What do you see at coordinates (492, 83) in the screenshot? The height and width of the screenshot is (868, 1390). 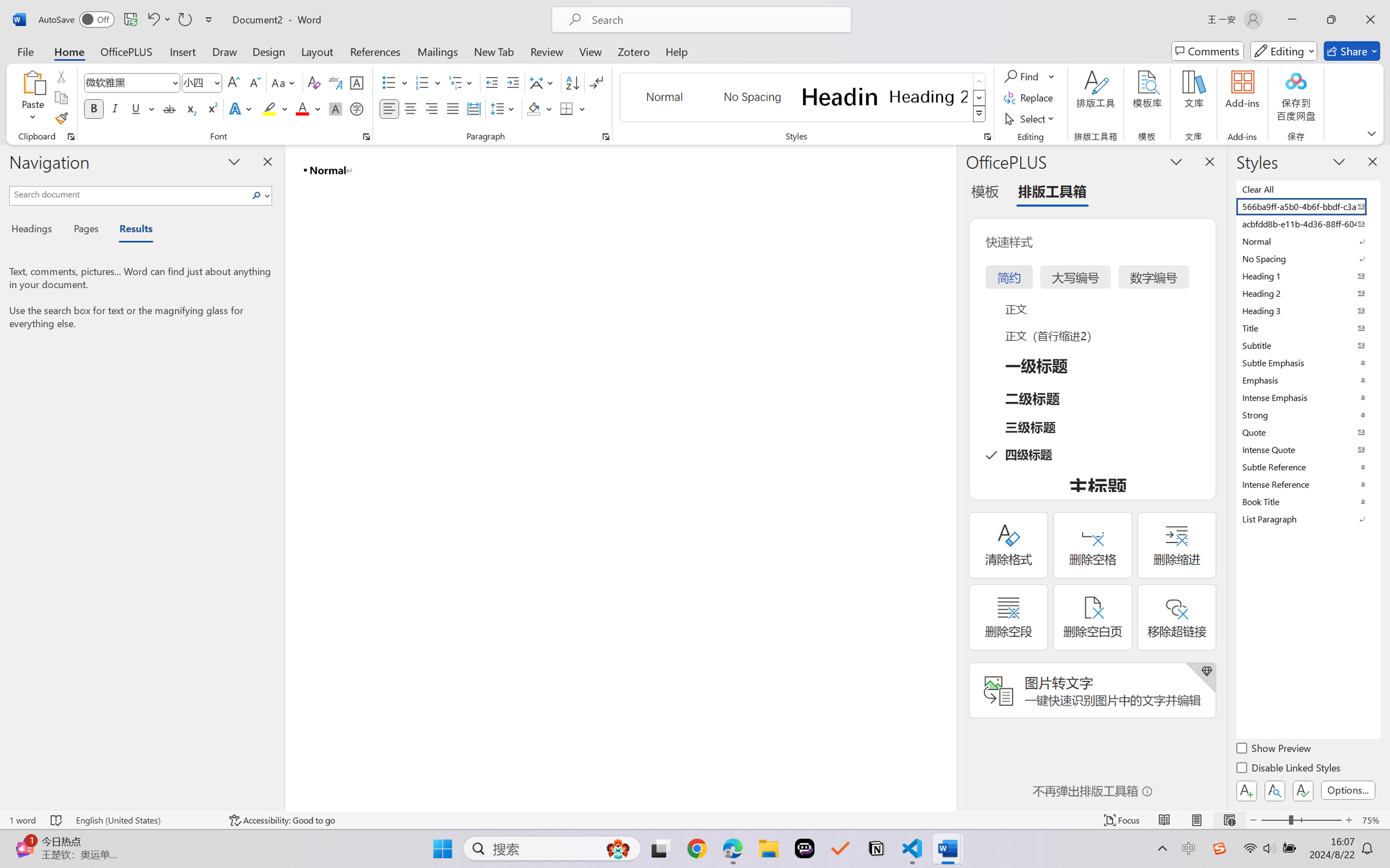 I see `'Decrease Indent'` at bounding box center [492, 83].